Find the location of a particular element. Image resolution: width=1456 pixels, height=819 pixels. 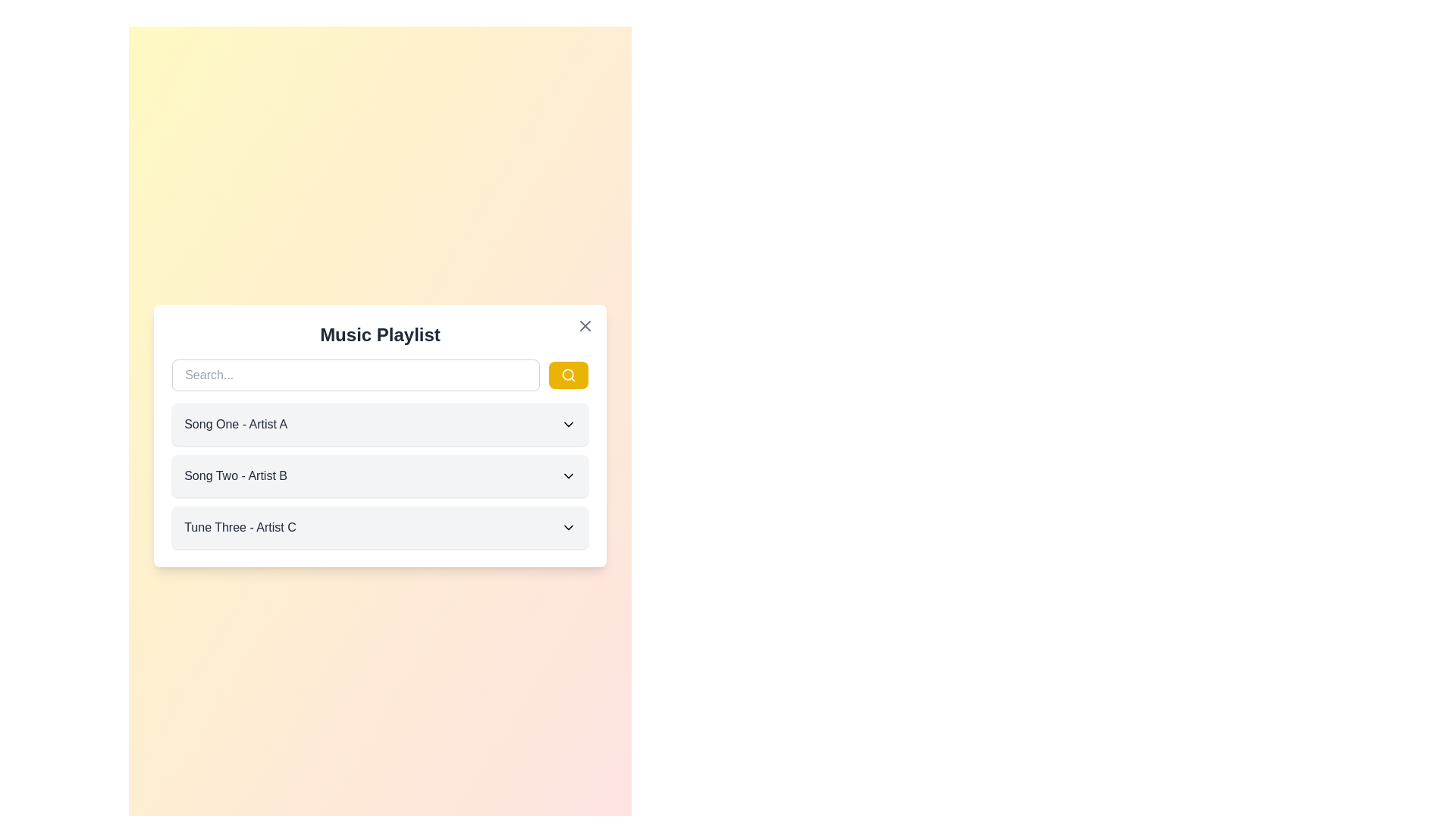

the text label displaying 'Tune Three - Artist C' in the music playlist interface is located at coordinates (239, 526).